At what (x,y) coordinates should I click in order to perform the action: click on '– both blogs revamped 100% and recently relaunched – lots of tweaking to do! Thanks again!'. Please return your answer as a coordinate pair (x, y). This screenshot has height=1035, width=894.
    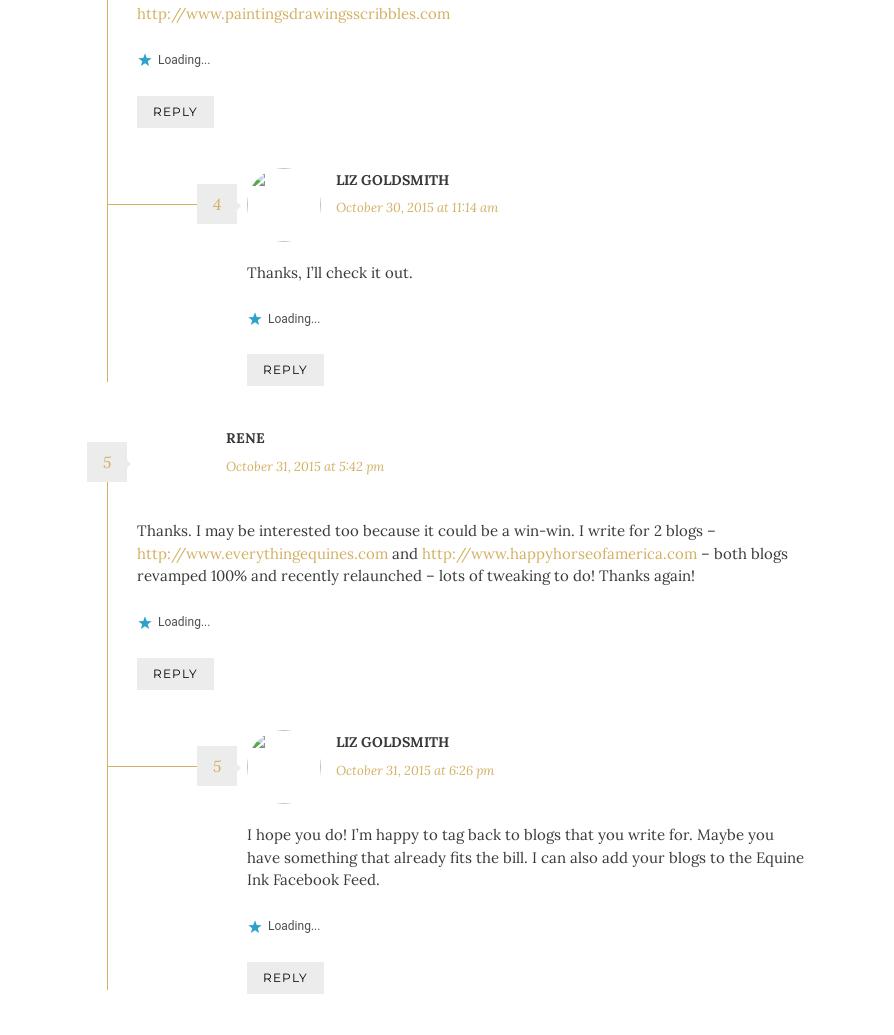
    Looking at the image, I should click on (462, 593).